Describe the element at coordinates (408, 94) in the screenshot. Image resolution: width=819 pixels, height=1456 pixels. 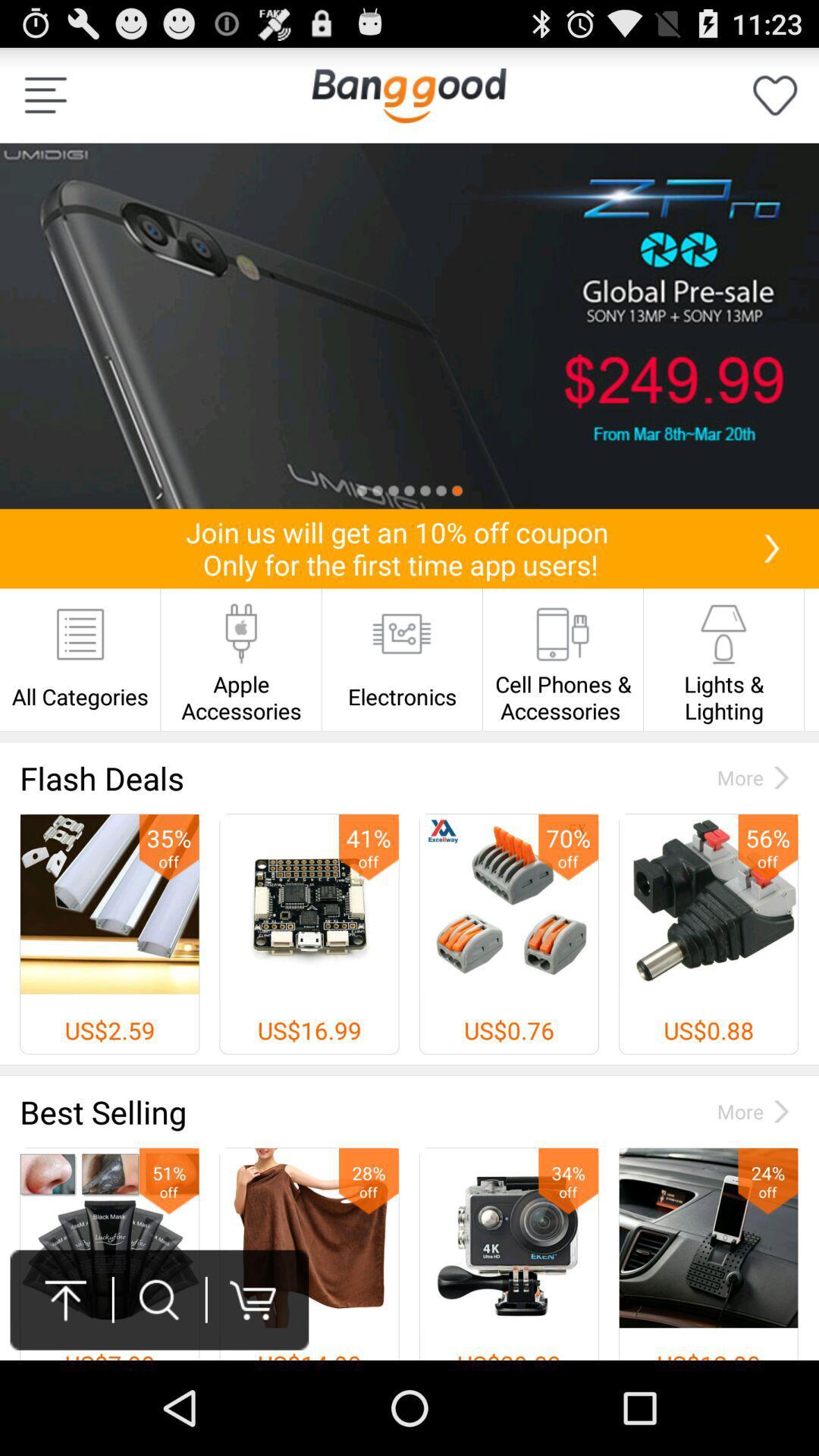
I see `a website` at that location.